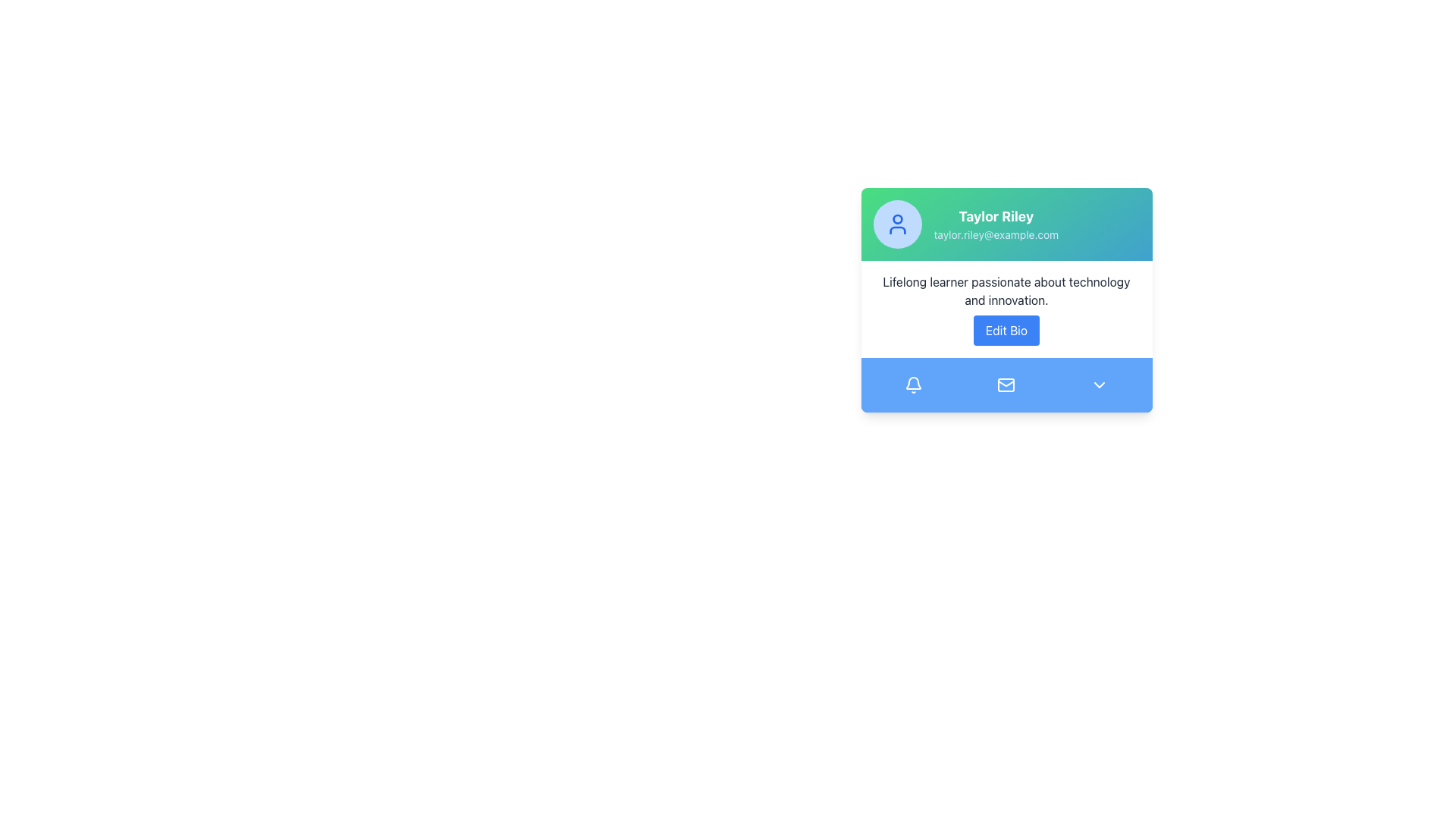  Describe the element at coordinates (1006, 384) in the screenshot. I see `the icon button located at the bottom of the card interface, which is centered horizontally and positioned between a notification bell icon and a dropdown arrow icon` at that location.